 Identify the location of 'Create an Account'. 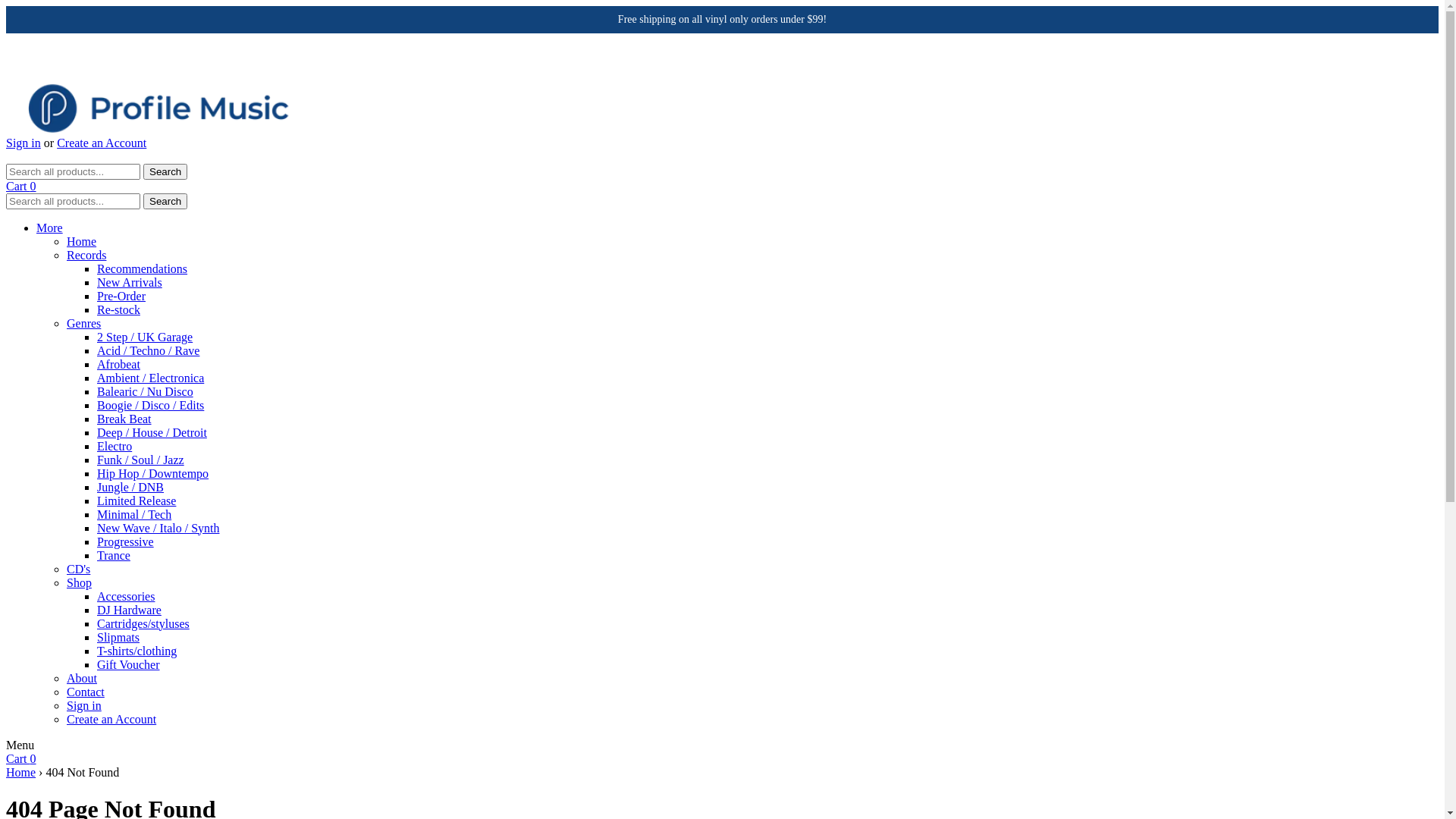
(101, 143).